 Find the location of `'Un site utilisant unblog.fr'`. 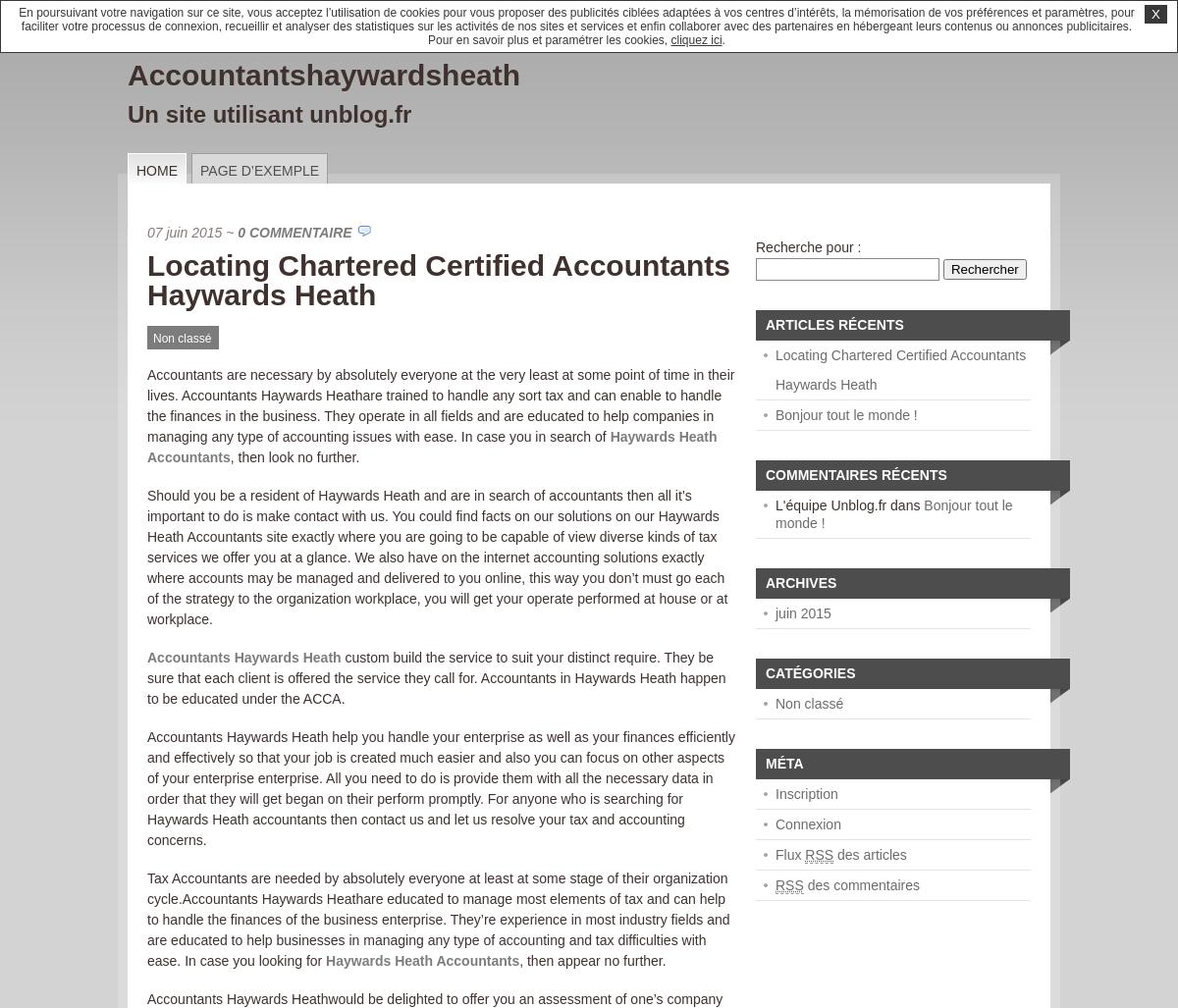

'Un site utilisant unblog.fr' is located at coordinates (268, 114).